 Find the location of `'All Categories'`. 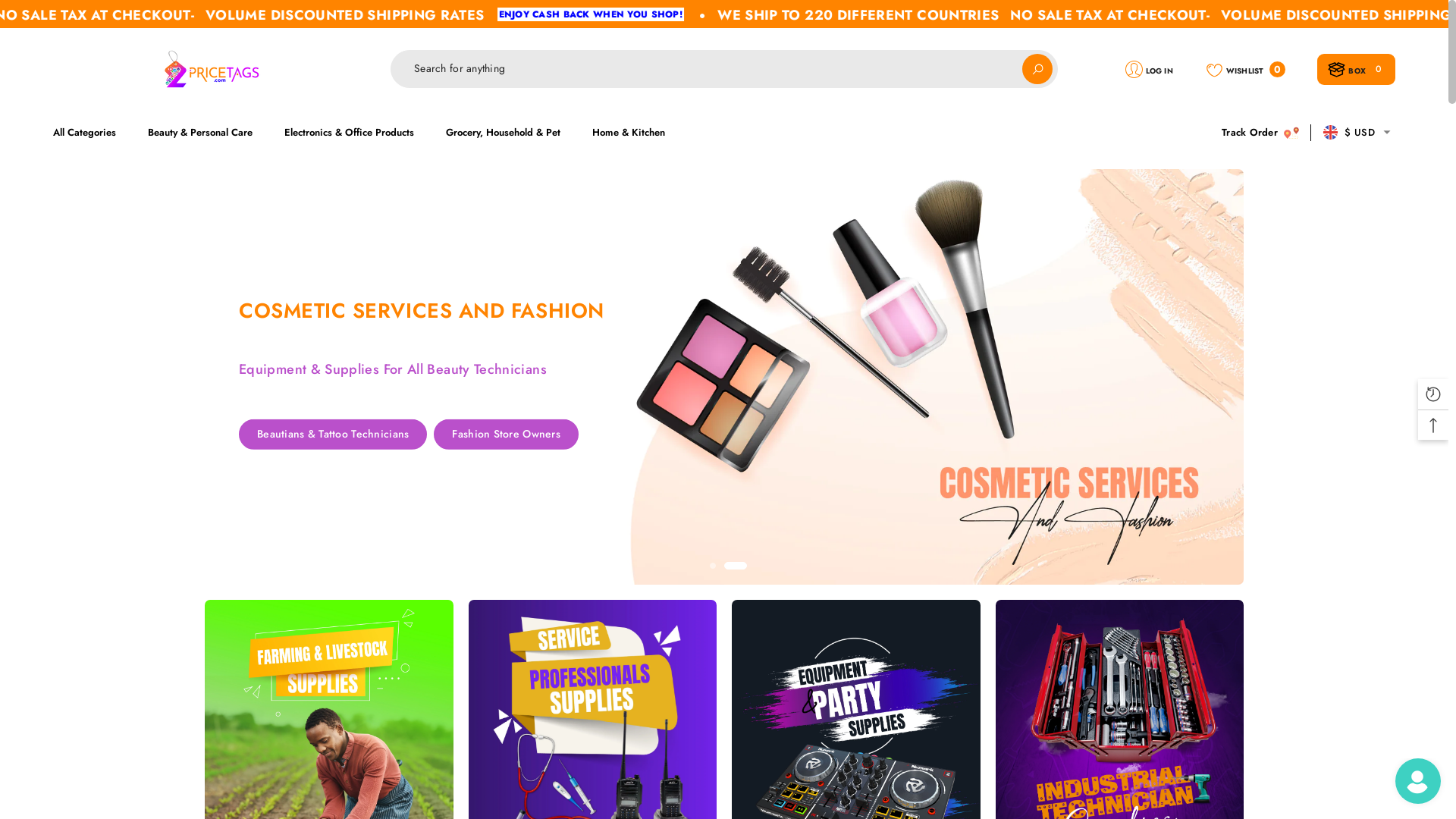

'All Categories' is located at coordinates (91, 131).